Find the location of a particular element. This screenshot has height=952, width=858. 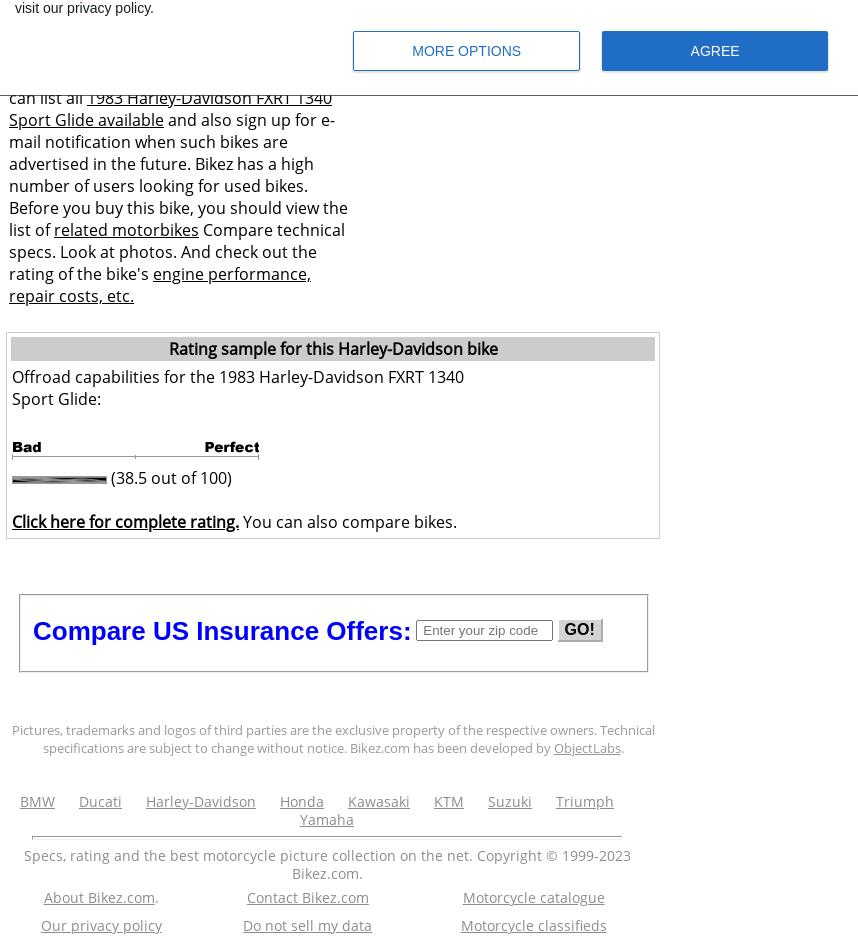

'Yamaha' is located at coordinates (300, 819).